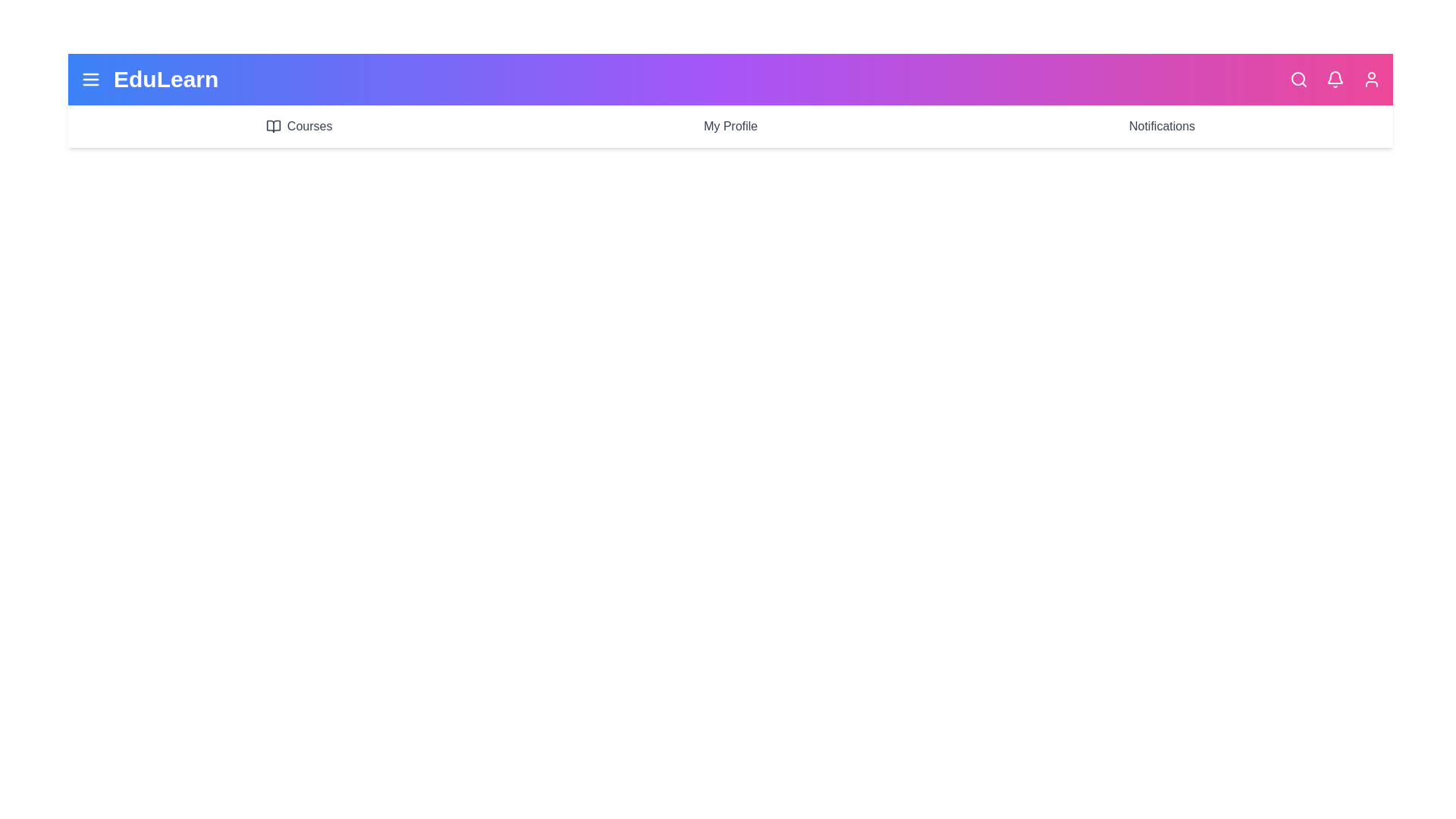 The height and width of the screenshot is (819, 1456). What do you see at coordinates (1335, 79) in the screenshot?
I see `the bell icon to observe its hover effect` at bounding box center [1335, 79].